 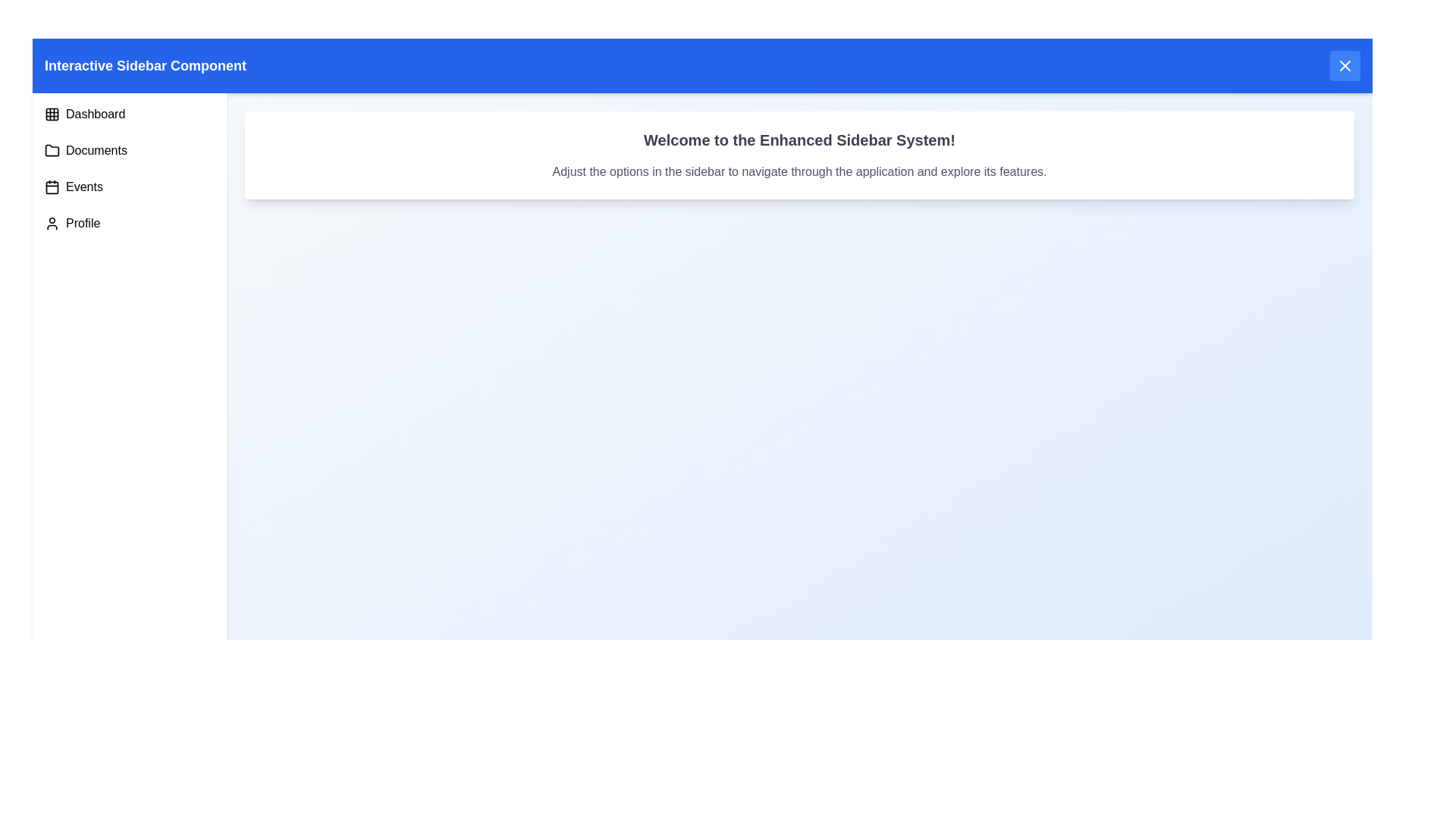 I want to click on the 'Events' text label in the vertical sidebar menu, so click(x=83, y=186).